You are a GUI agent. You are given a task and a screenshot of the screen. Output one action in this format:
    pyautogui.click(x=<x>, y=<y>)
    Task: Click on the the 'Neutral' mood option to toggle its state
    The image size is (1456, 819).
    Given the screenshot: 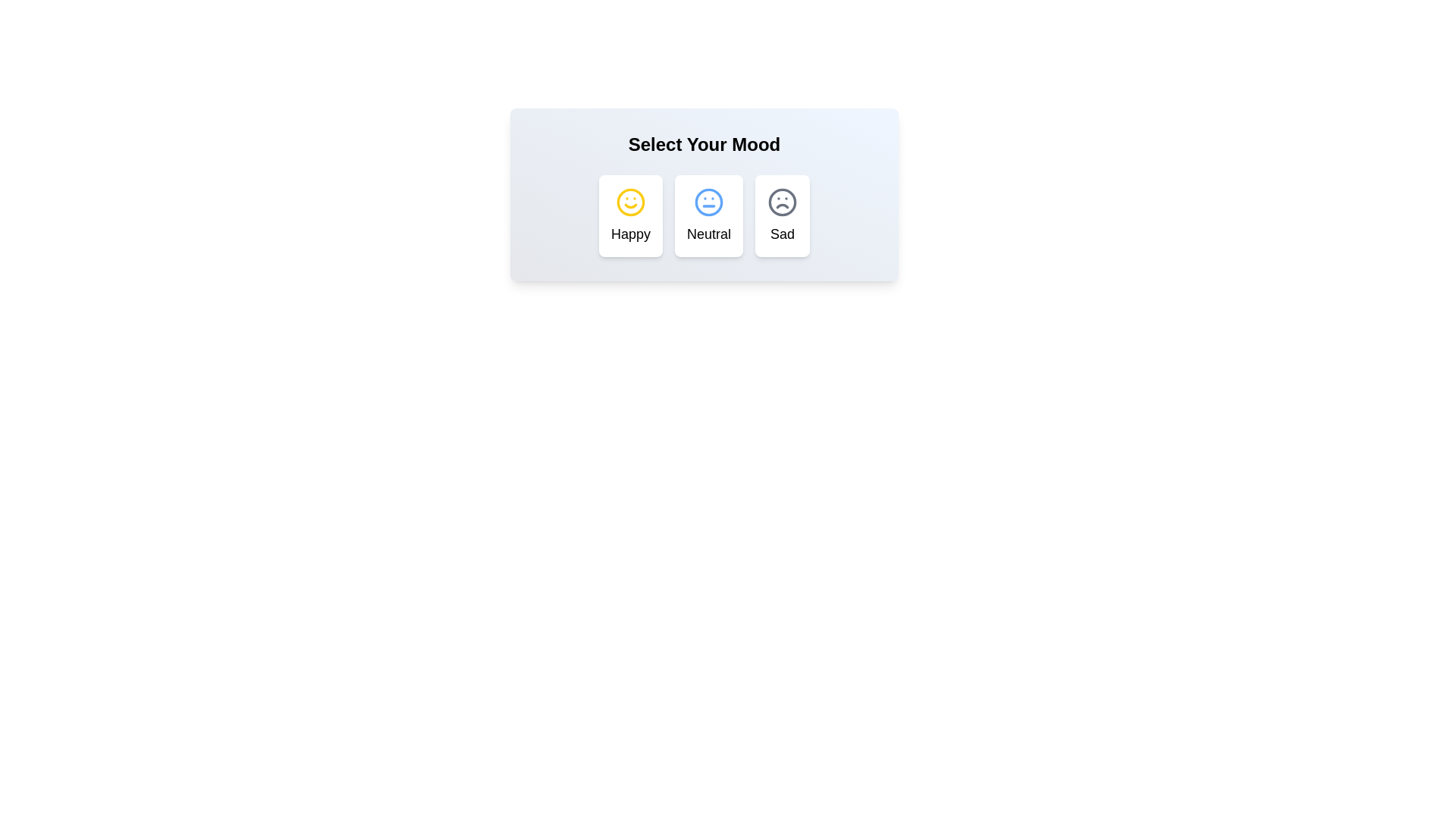 What is the action you would take?
    pyautogui.click(x=708, y=216)
    